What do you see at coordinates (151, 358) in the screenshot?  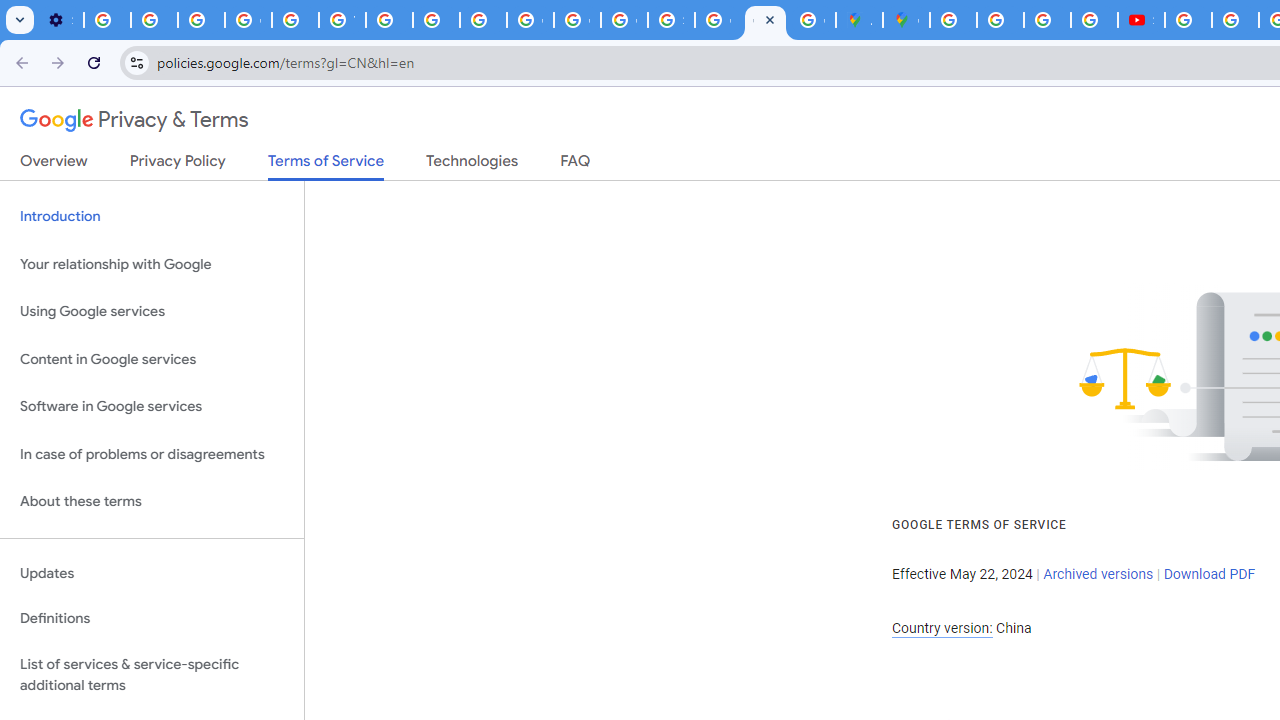 I see `'Content in Google services'` at bounding box center [151, 358].